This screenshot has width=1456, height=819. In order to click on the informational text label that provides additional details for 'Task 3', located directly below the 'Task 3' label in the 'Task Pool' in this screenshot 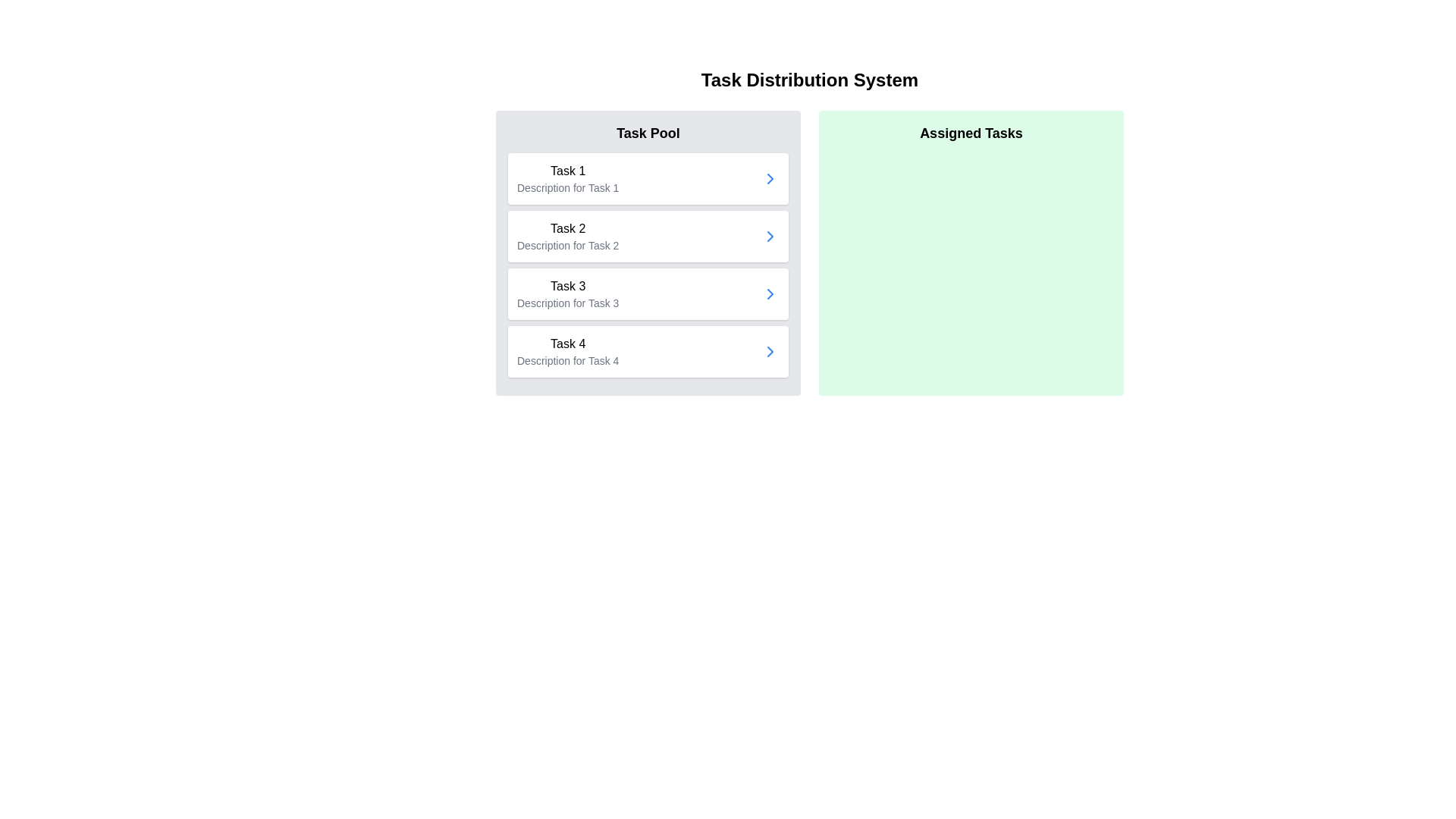, I will do `click(567, 303)`.